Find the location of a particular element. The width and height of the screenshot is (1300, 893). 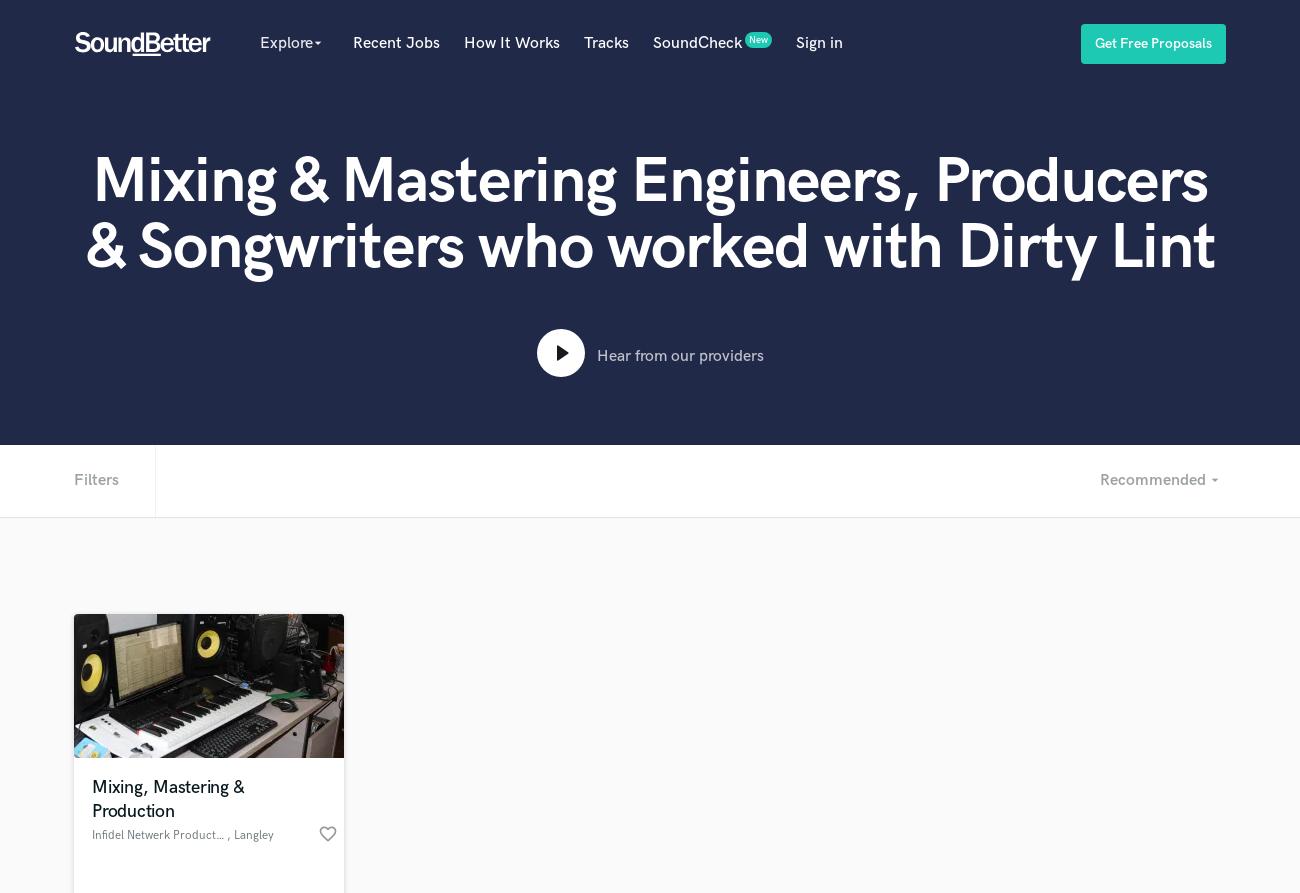

'Session Musicians' is located at coordinates (339, 286).